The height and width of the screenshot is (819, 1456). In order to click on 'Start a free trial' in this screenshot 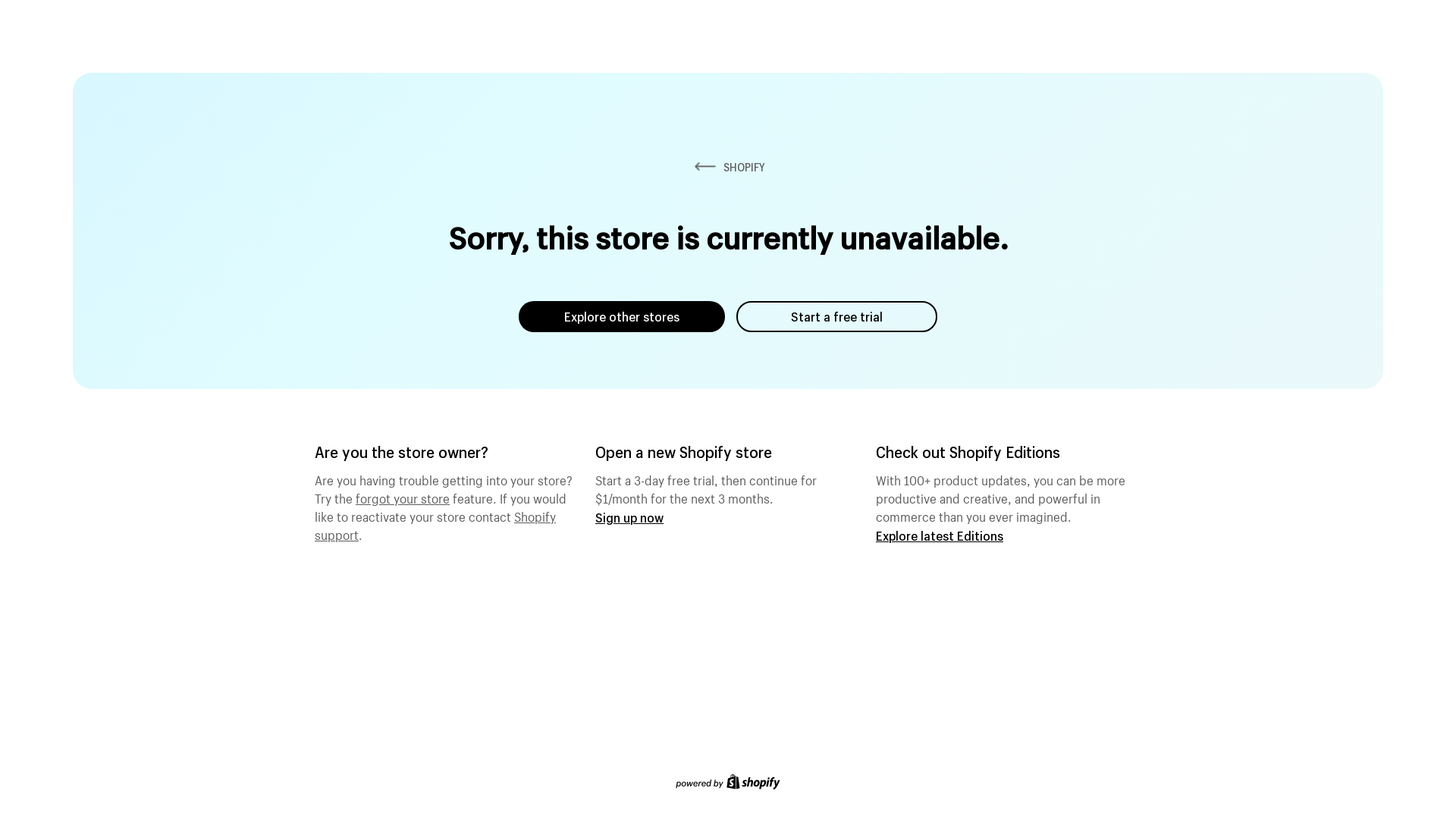, I will do `click(836, 315)`.